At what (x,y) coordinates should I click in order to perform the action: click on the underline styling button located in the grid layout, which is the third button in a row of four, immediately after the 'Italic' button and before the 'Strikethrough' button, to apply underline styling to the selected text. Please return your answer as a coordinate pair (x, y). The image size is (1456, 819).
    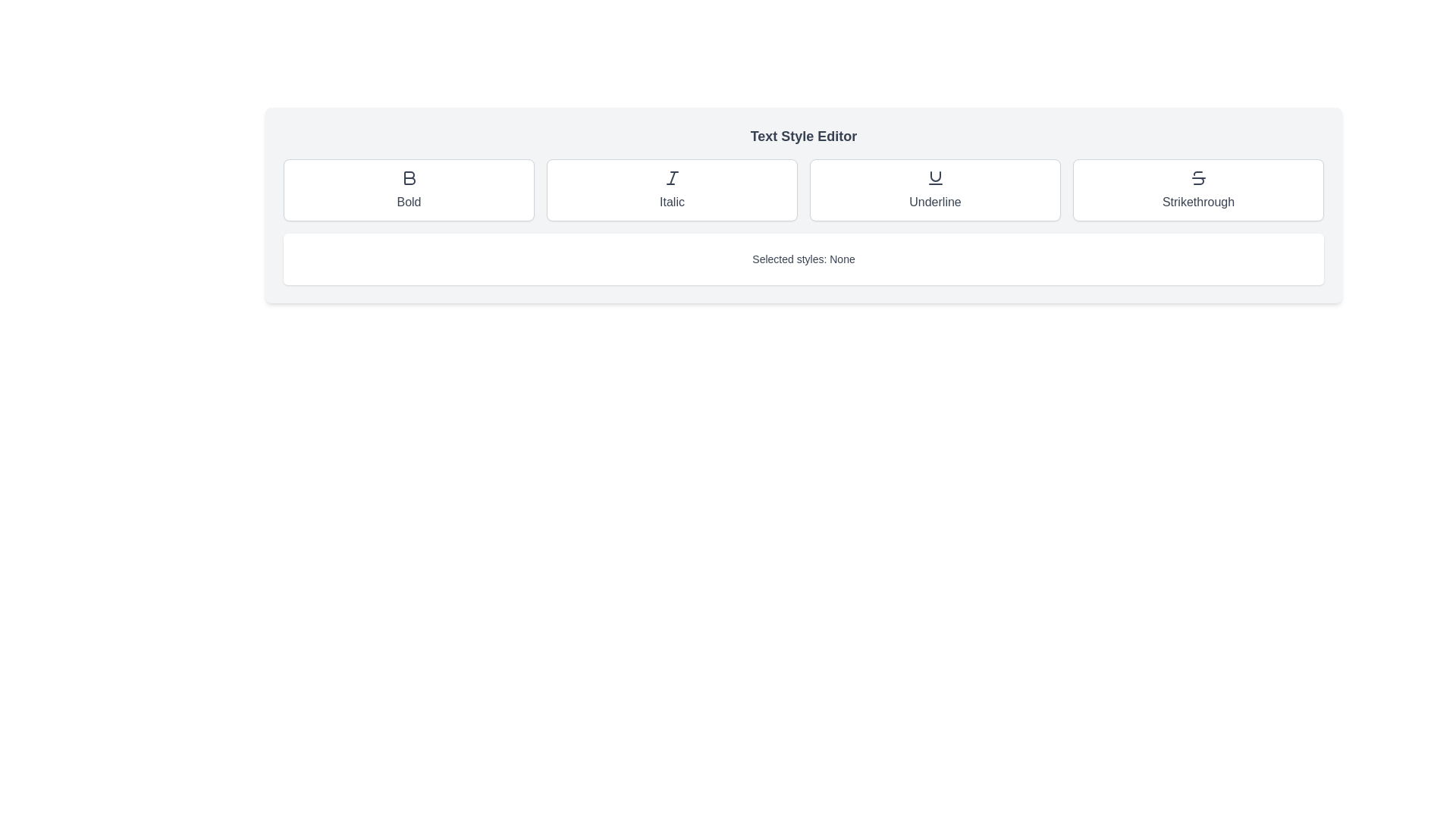
    Looking at the image, I should click on (934, 189).